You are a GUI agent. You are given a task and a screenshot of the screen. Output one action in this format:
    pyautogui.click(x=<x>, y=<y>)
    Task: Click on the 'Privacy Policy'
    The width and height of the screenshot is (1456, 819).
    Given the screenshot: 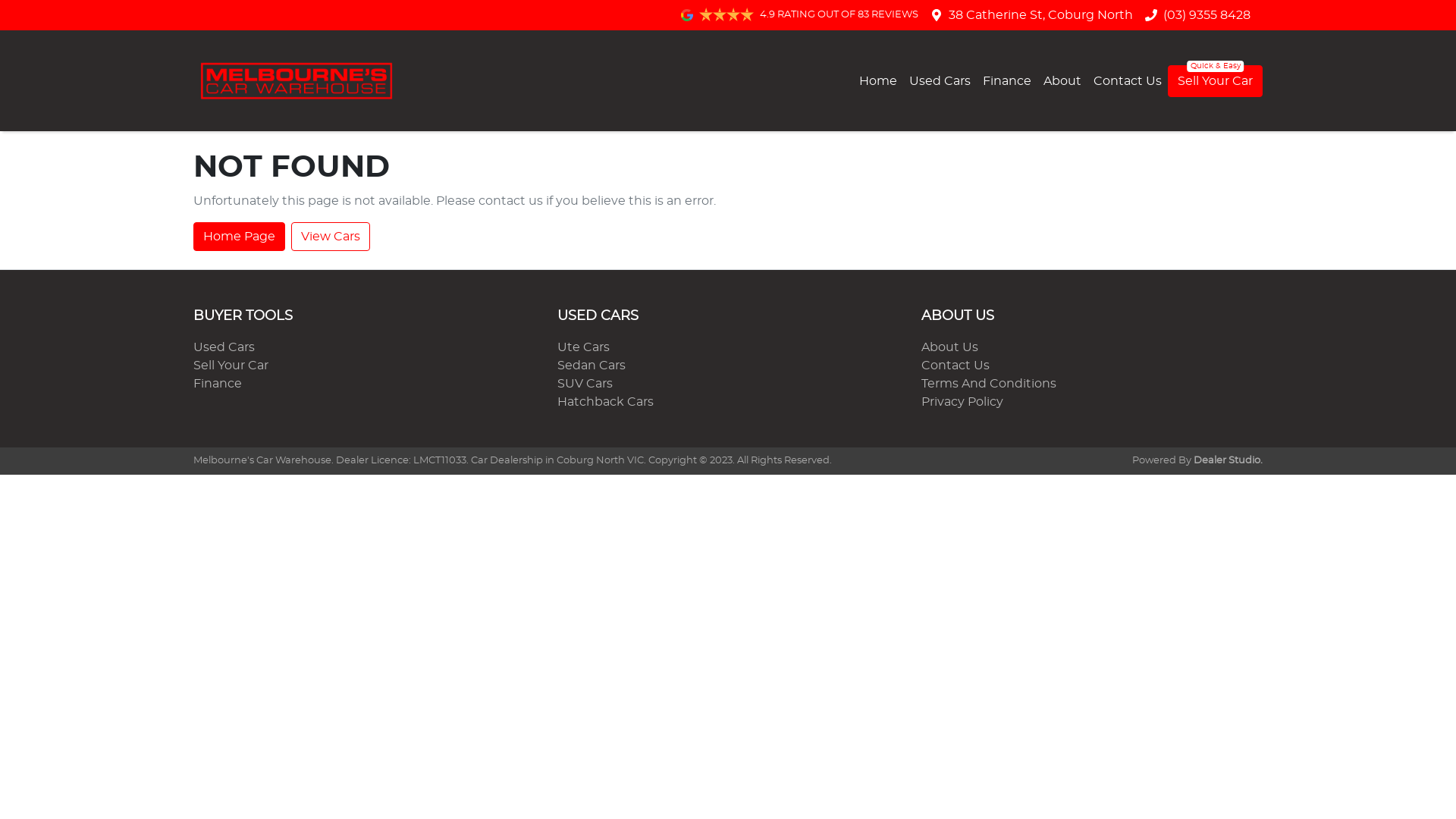 What is the action you would take?
    pyautogui.click(x=961, y=400)
    